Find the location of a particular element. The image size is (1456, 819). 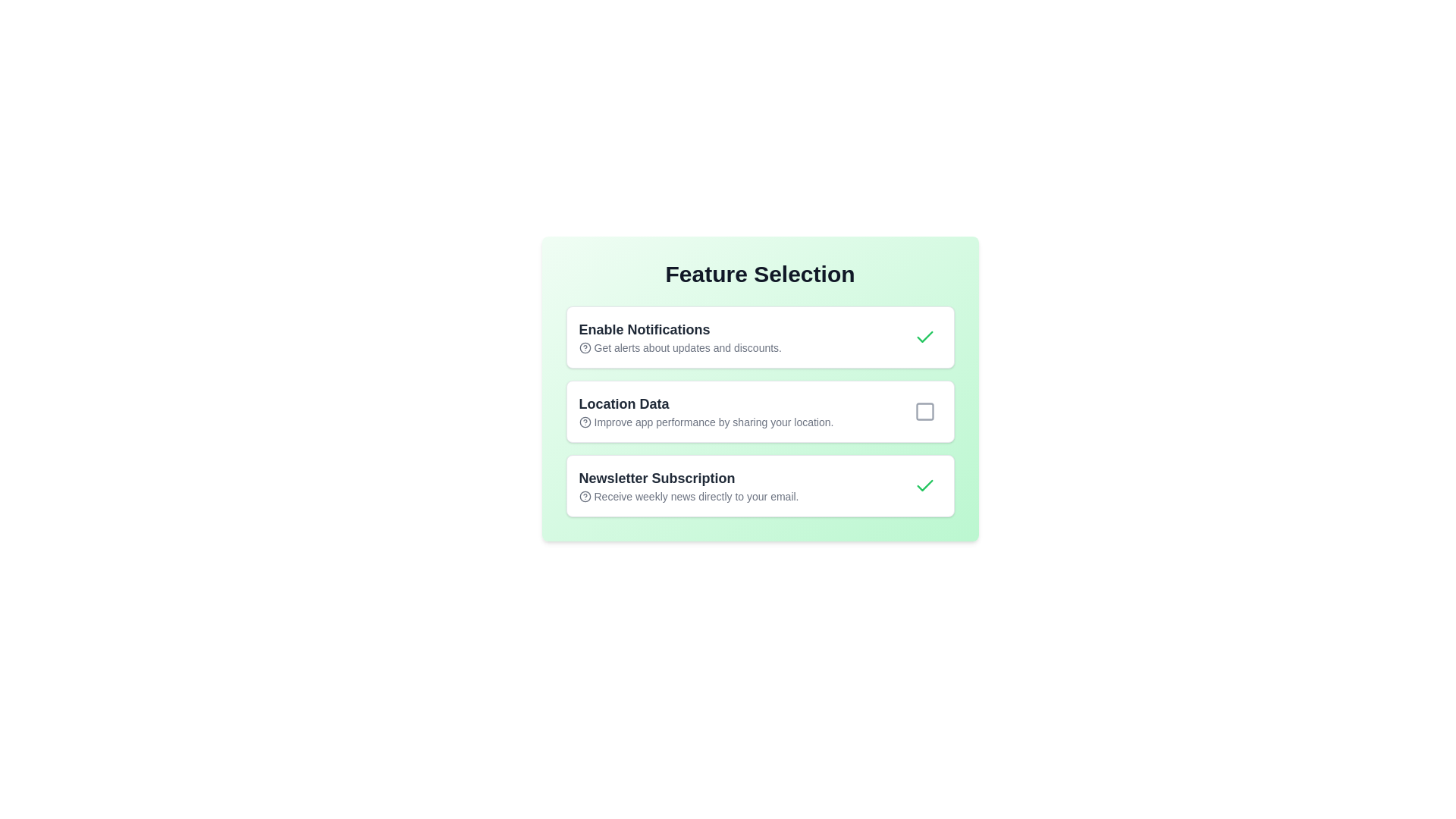

the icon located in the second row under 'Feature Selection', to the left of 'Location Data' is located at coordinates (584, 422).